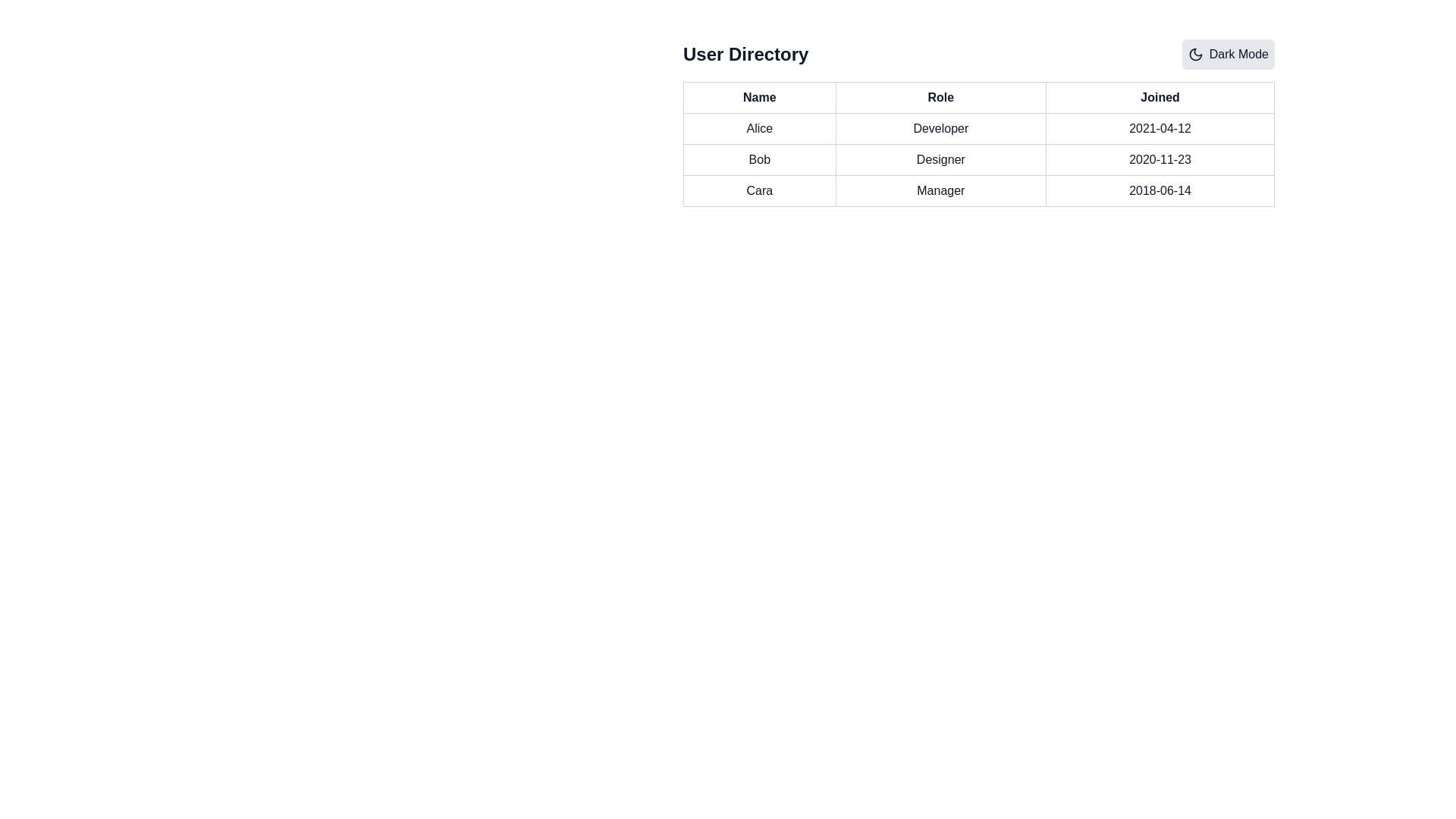 Image resolution: width=1456 pixels, height=819 pixels. What do you see at coordinates (745, 54) in the screenshot?
I see `the 'User Directory' text label, which is displayed in a large, bold font and serves as a title for the adjacent content` at bounding box center [745, 54].